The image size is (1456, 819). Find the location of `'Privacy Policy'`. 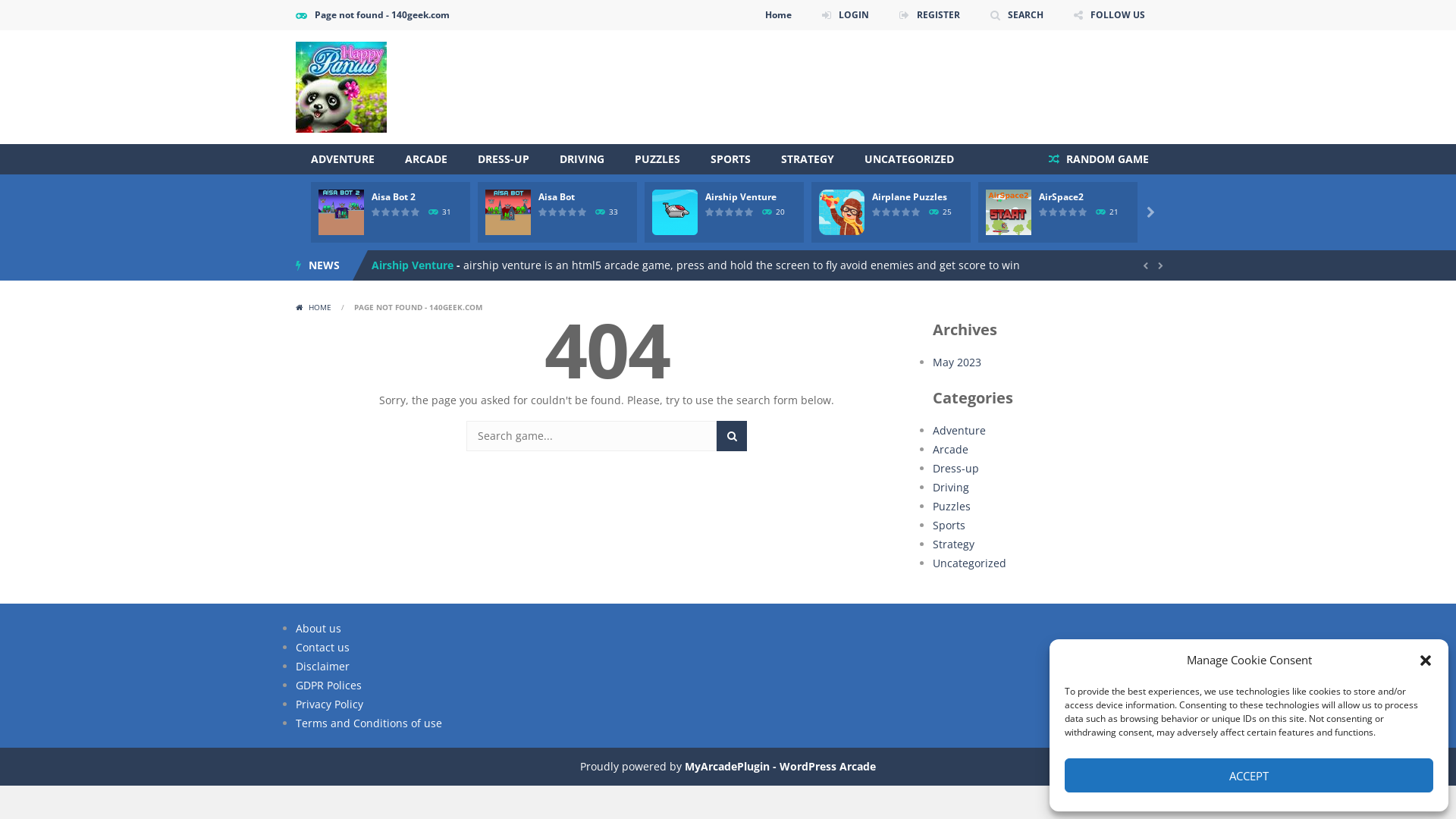

'Privacy Policy' is located at coordinates (328, 704).